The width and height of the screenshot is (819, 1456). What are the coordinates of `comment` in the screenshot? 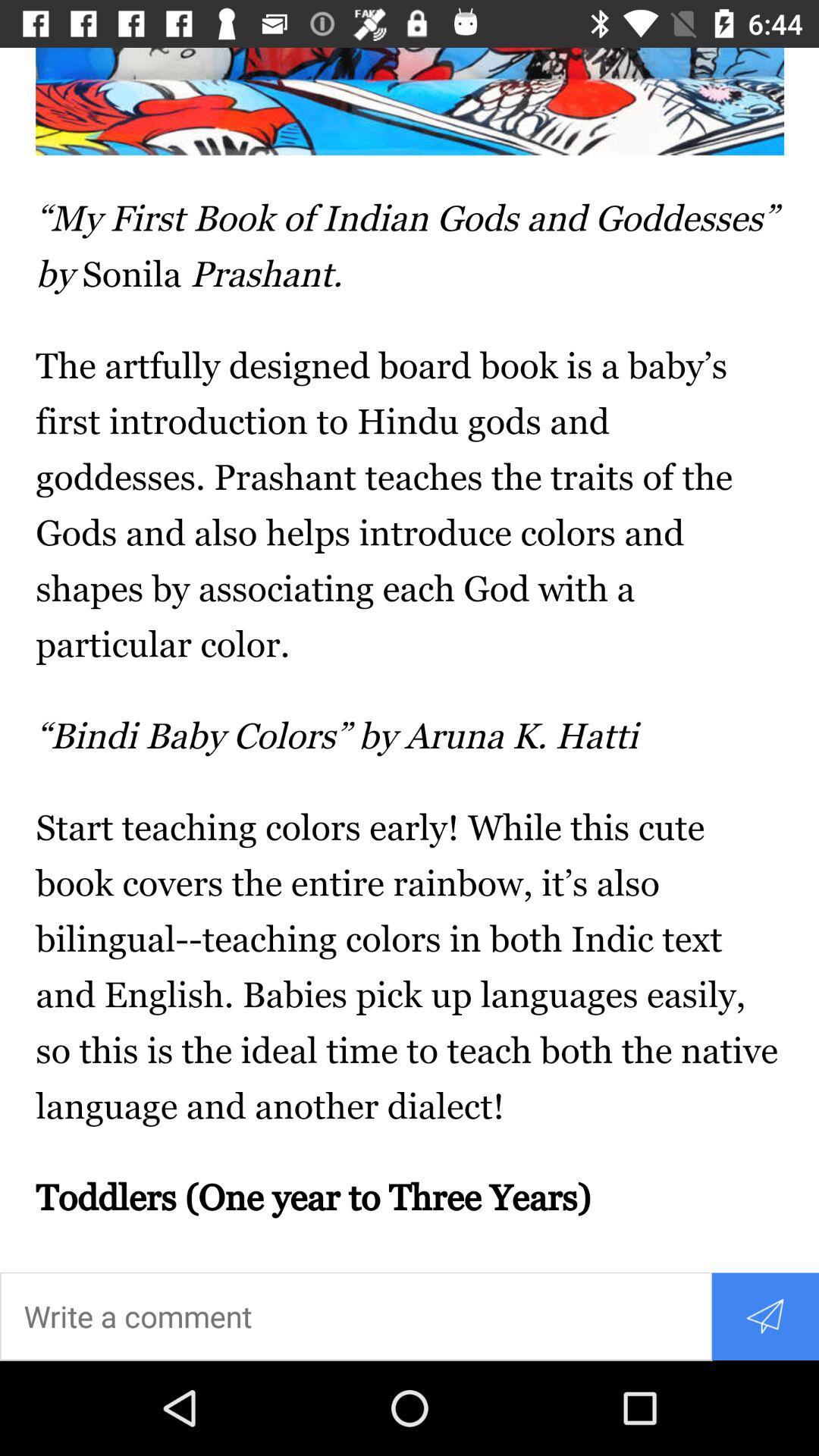 It's located at (356, 1315).